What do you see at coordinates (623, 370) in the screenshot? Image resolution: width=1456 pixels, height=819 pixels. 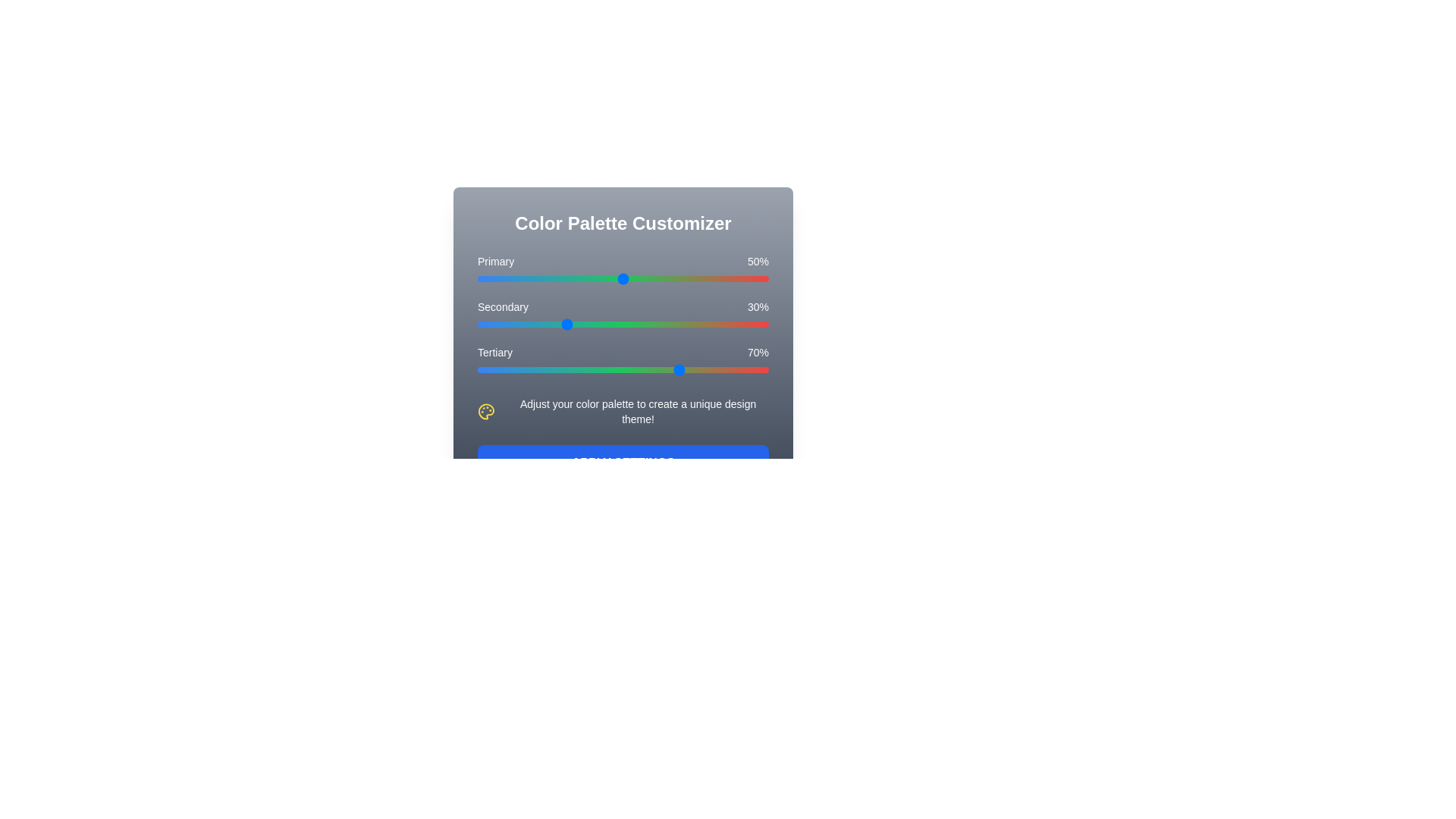 I see `the Tertiary range slider, which is a horizontal slider with a gradient background from blue to red, currently positioned at 70%` at bounding box center [623, 370].